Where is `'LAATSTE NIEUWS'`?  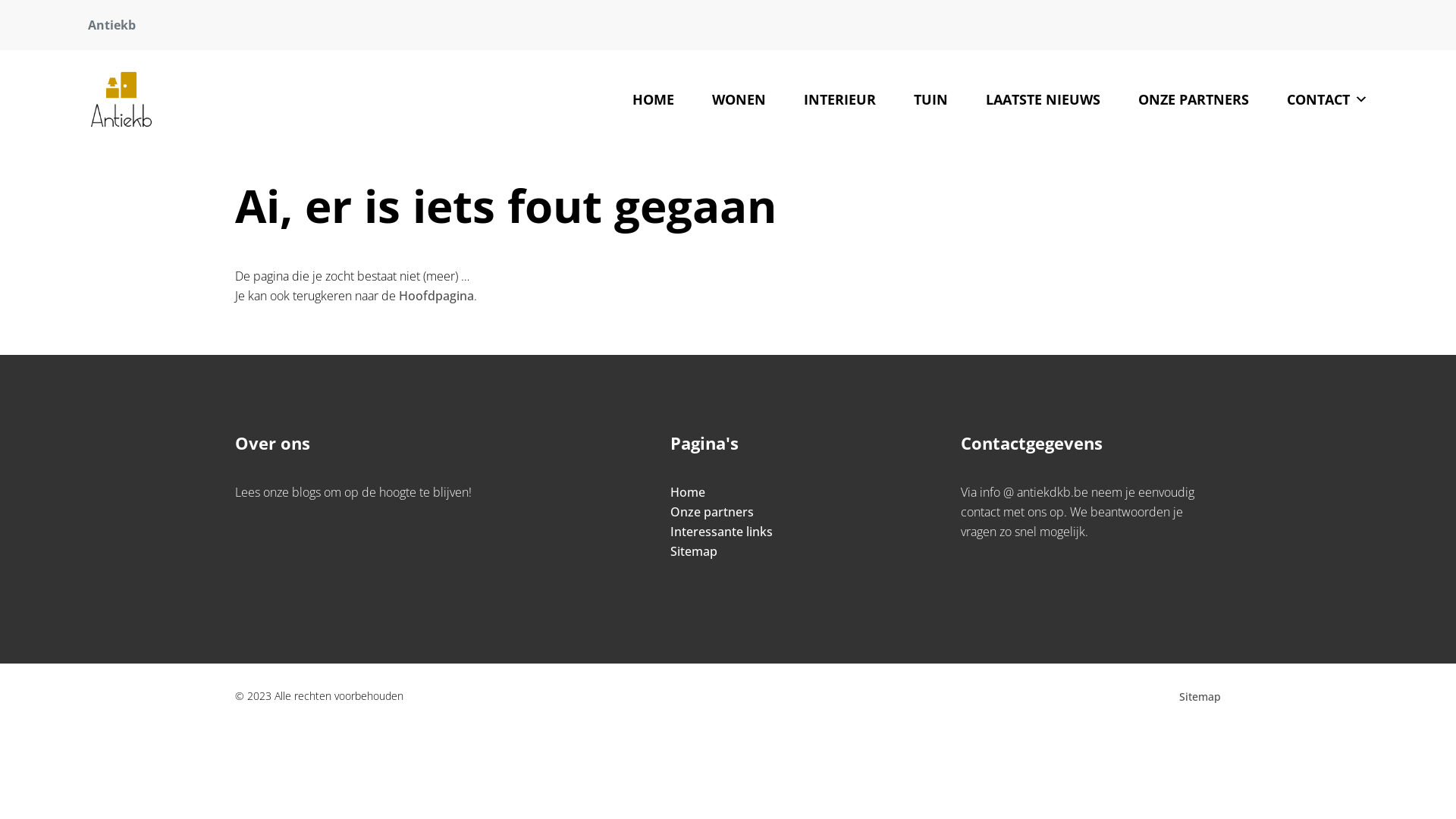
'LAATSTE NIEUWS' is located at coordinates (1042, 99).